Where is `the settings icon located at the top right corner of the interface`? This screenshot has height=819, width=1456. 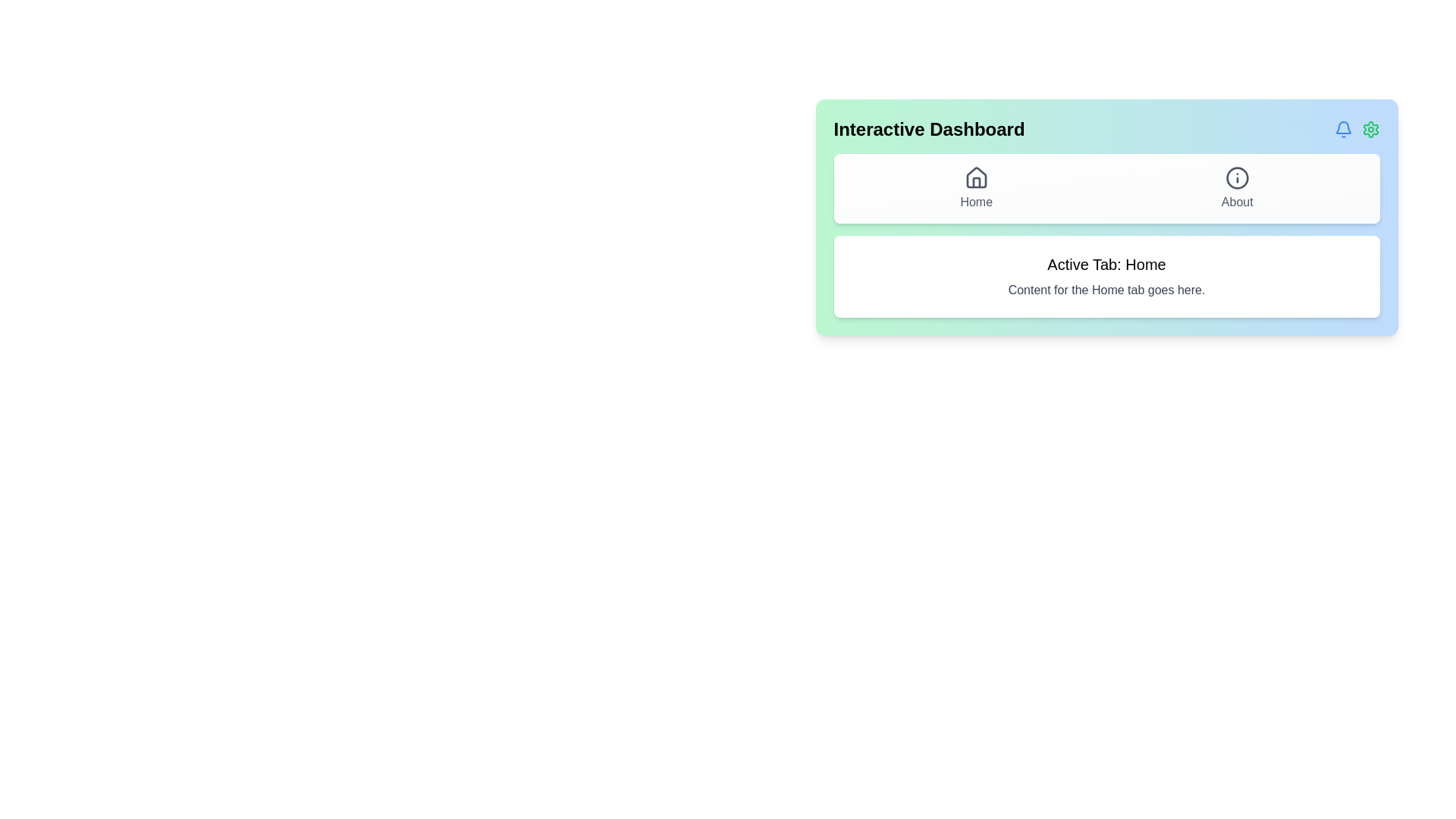 the settings icon located at the top right corner of the interface is located at coordinates (1370, 128).